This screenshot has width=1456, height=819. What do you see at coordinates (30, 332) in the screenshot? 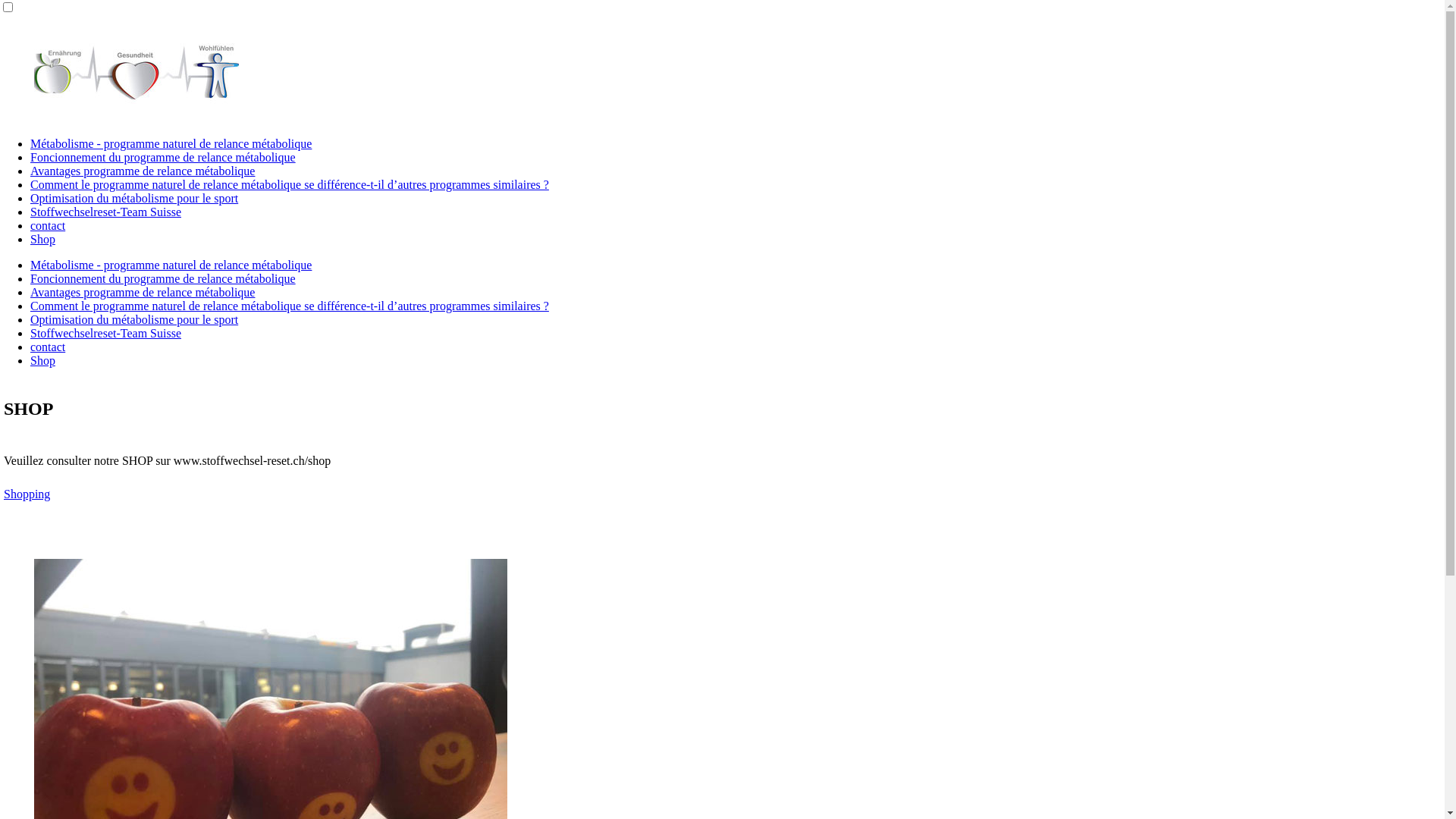
I see `'Stoffwechselreset-Team Suisse'` at bounding box center [30, 332].